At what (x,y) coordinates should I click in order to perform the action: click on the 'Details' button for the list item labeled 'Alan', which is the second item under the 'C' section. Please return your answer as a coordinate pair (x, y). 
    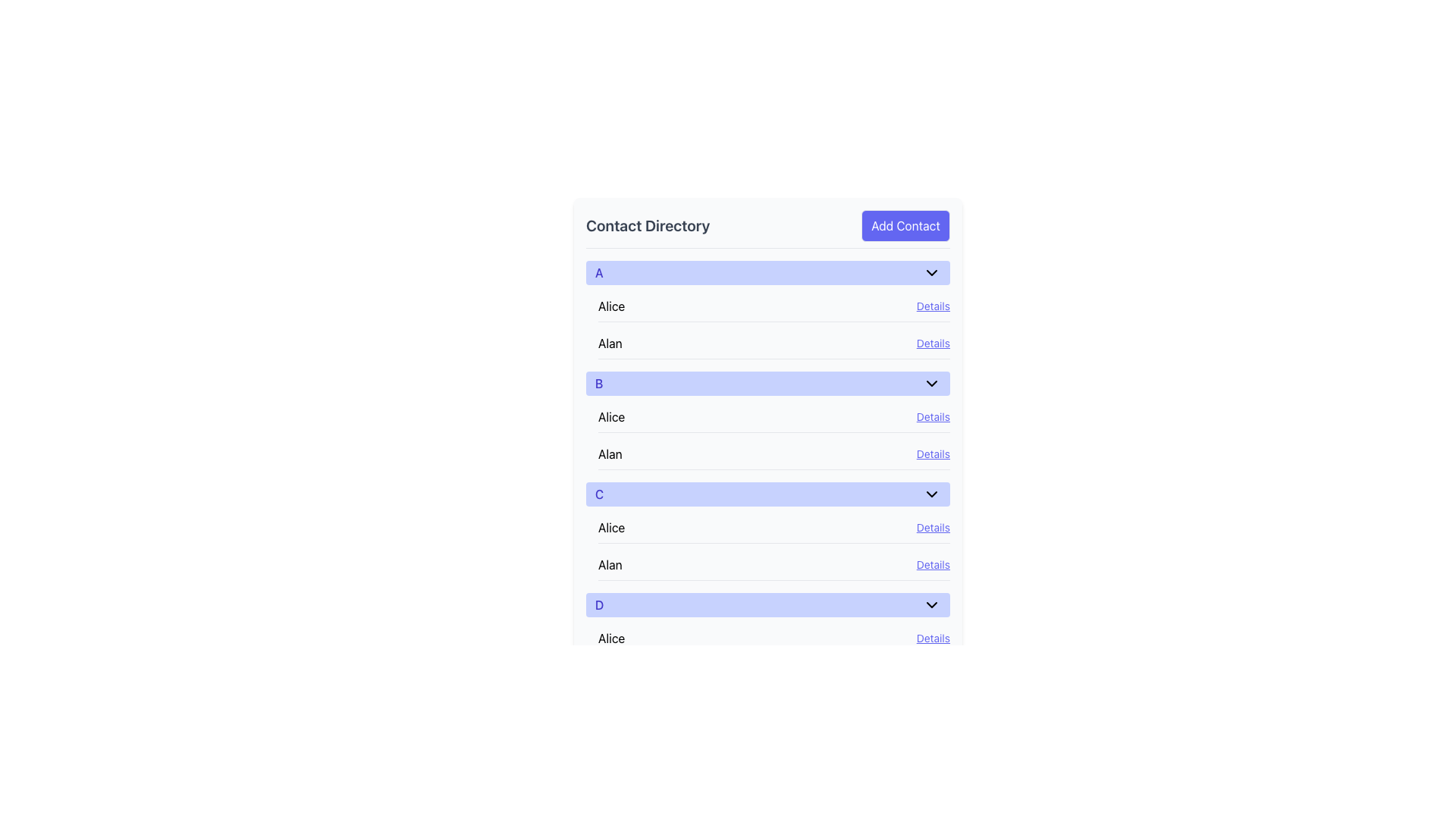
    Looking at the image, I should click on (774, 564).